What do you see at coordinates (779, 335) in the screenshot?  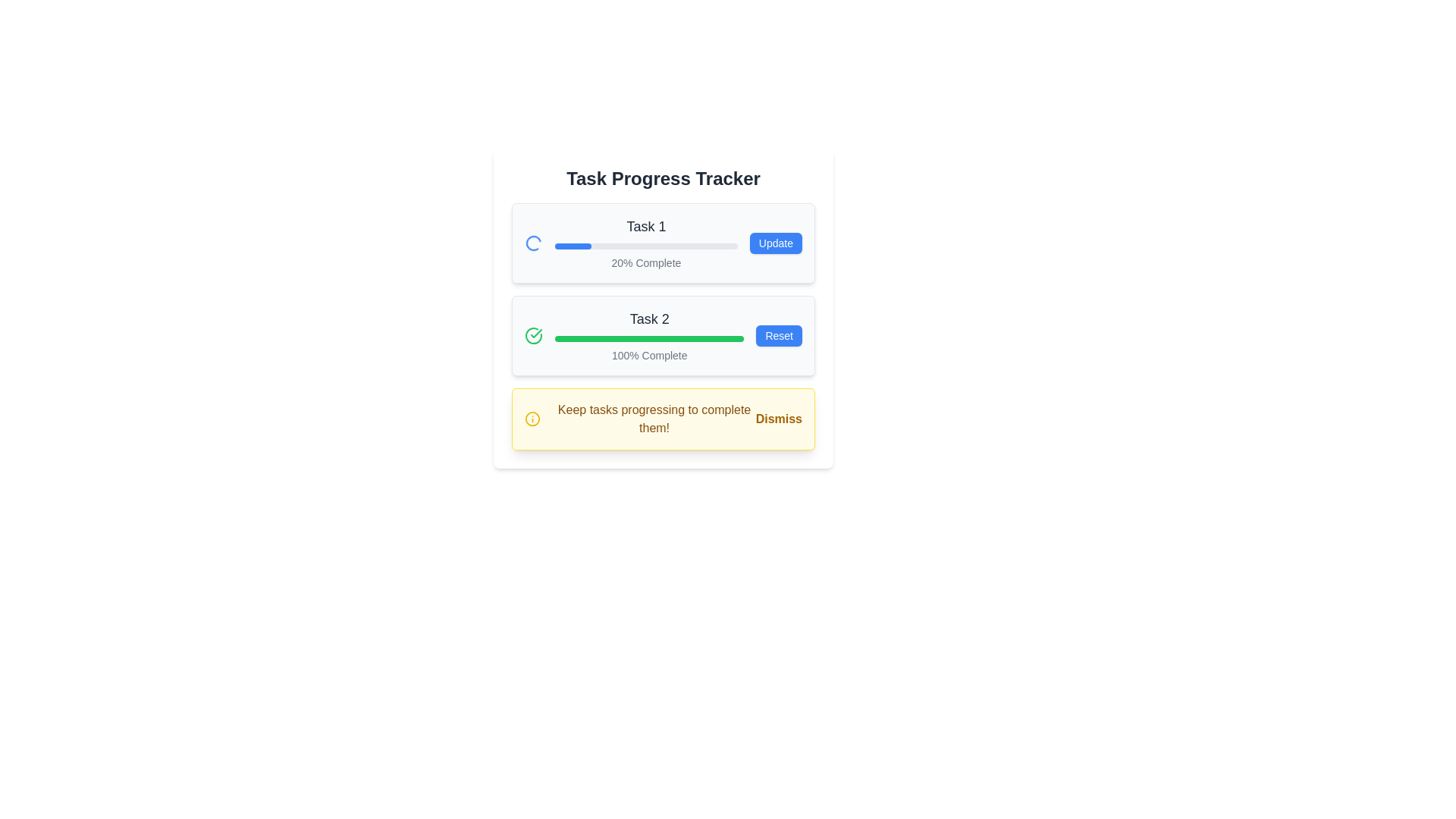 I see `the interactive reset button positioned to the right of the '100% Complete' green progress bar within the 'Task 2' group` at bounding box center [779, 335].